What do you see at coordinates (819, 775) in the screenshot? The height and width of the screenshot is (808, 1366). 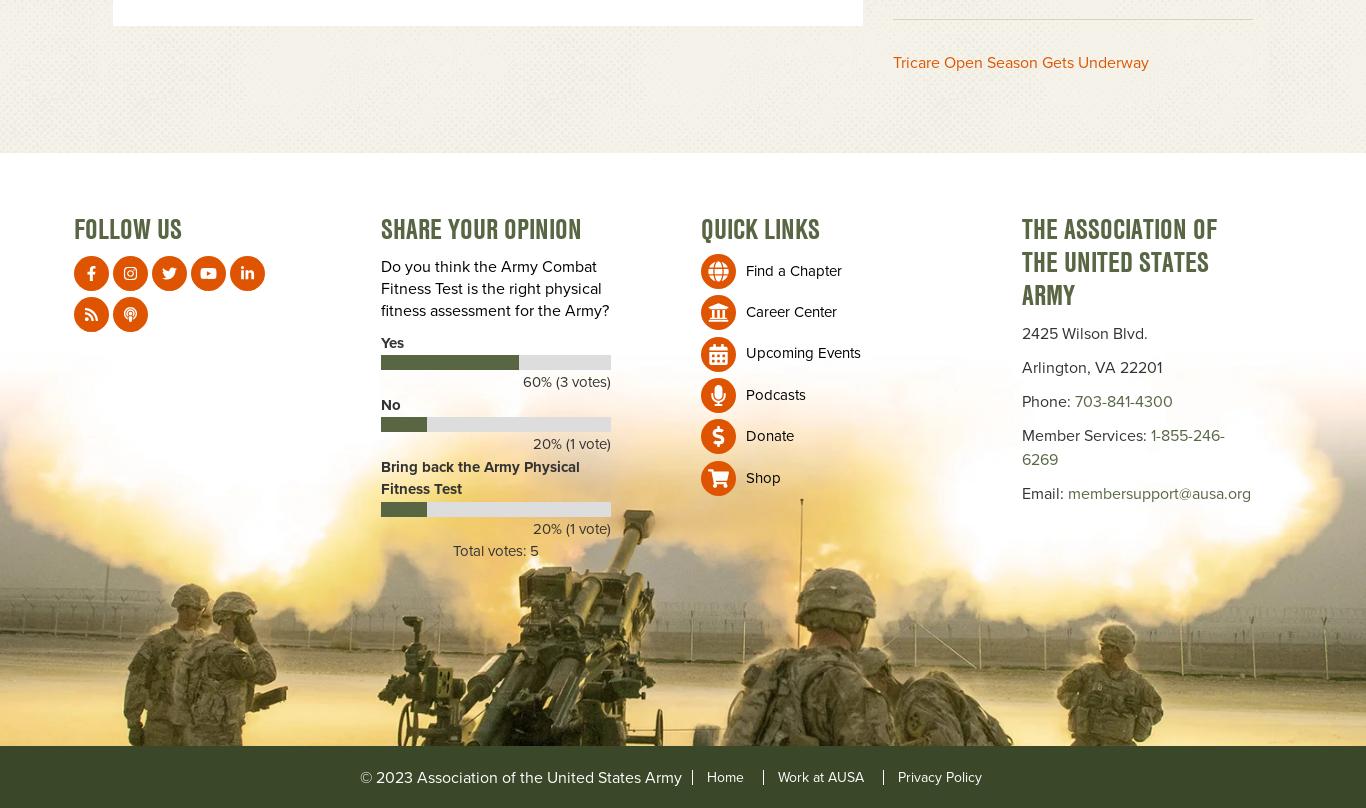 I see `'Work at AUSA'` at bounding box center [819, 775].